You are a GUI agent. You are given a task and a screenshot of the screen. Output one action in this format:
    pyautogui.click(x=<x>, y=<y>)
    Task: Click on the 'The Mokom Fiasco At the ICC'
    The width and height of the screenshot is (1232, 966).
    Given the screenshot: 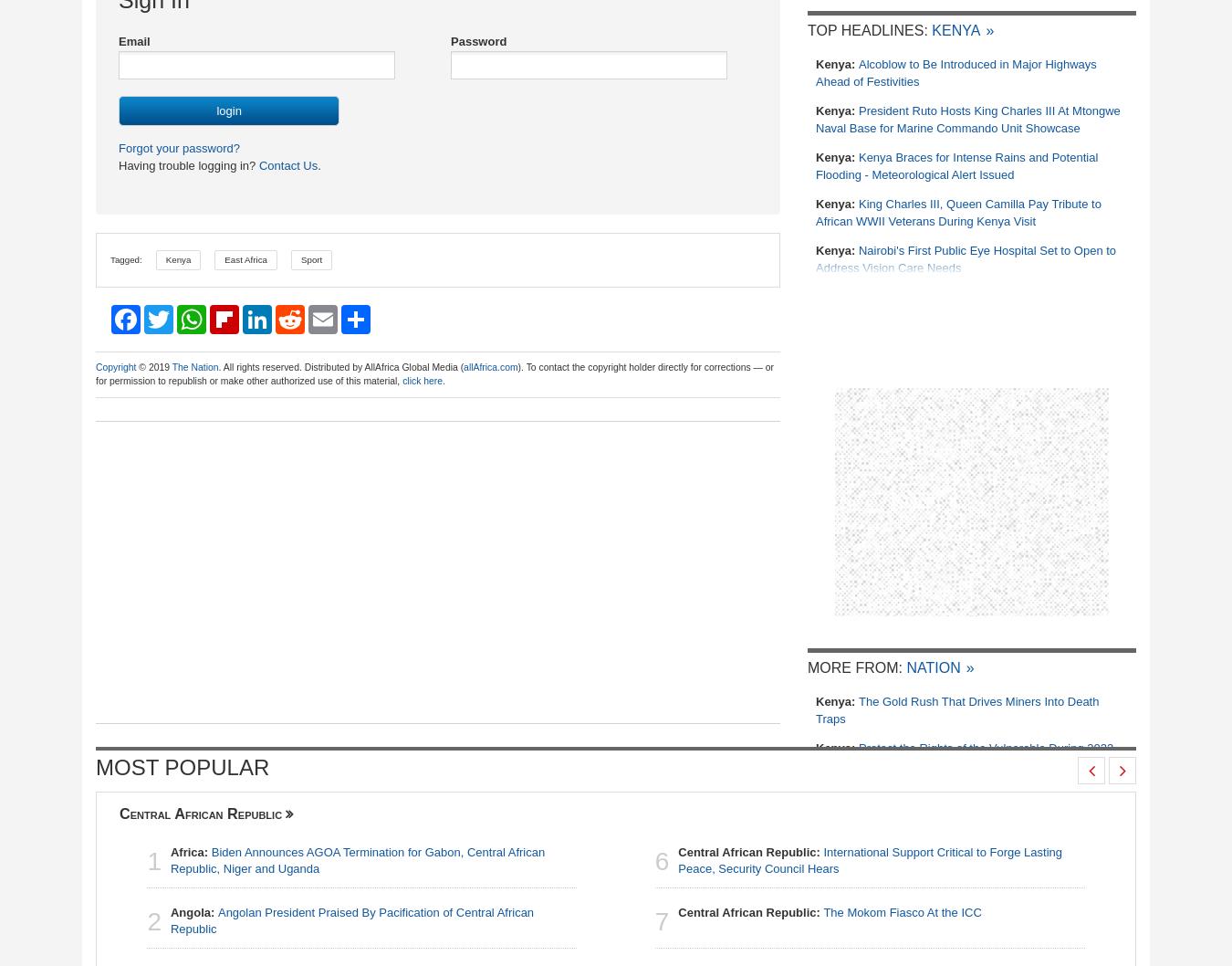 What is the action you would take?
    pyautogui.click(x=821, y=910)
    